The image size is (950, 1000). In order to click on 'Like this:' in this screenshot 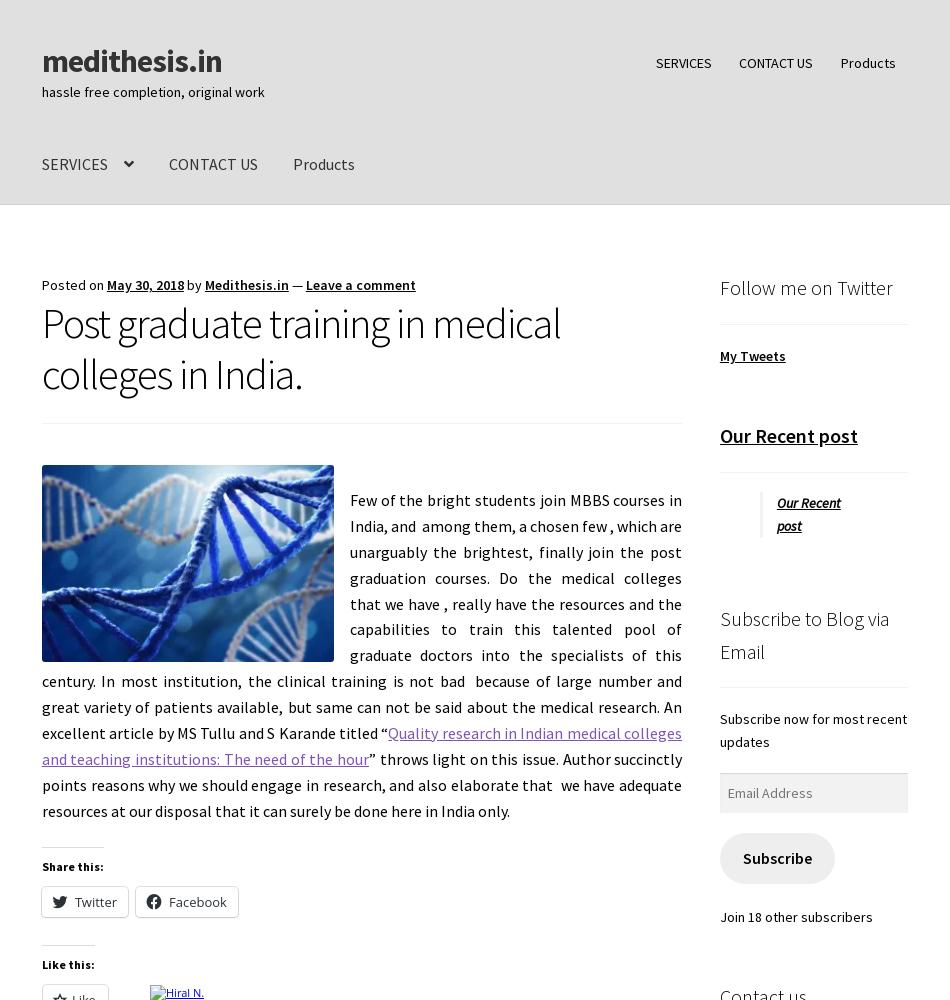, I will do `click(67, 962)`.